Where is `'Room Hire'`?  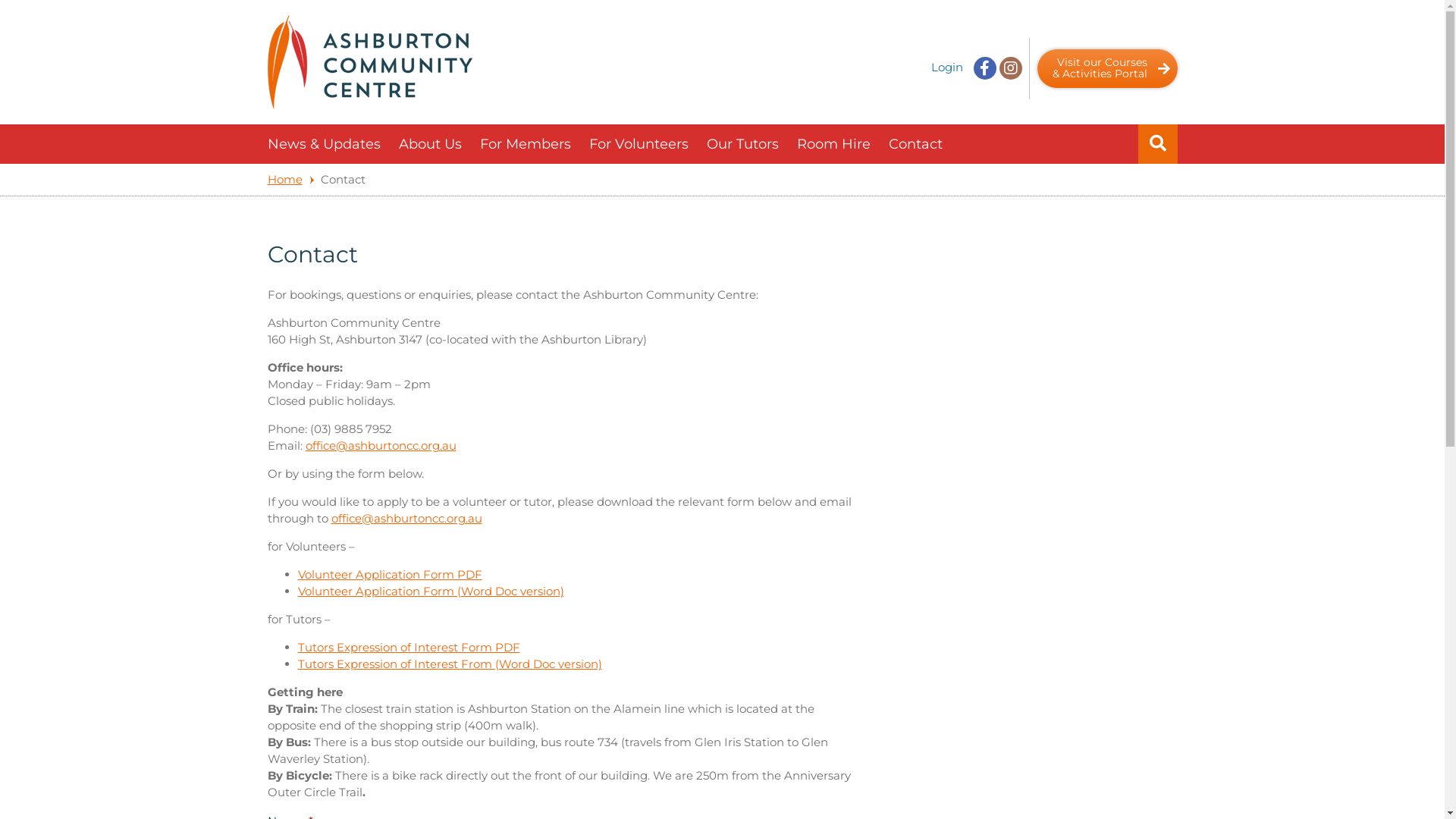
'Room Hire' is located at coordinates (795, 143).